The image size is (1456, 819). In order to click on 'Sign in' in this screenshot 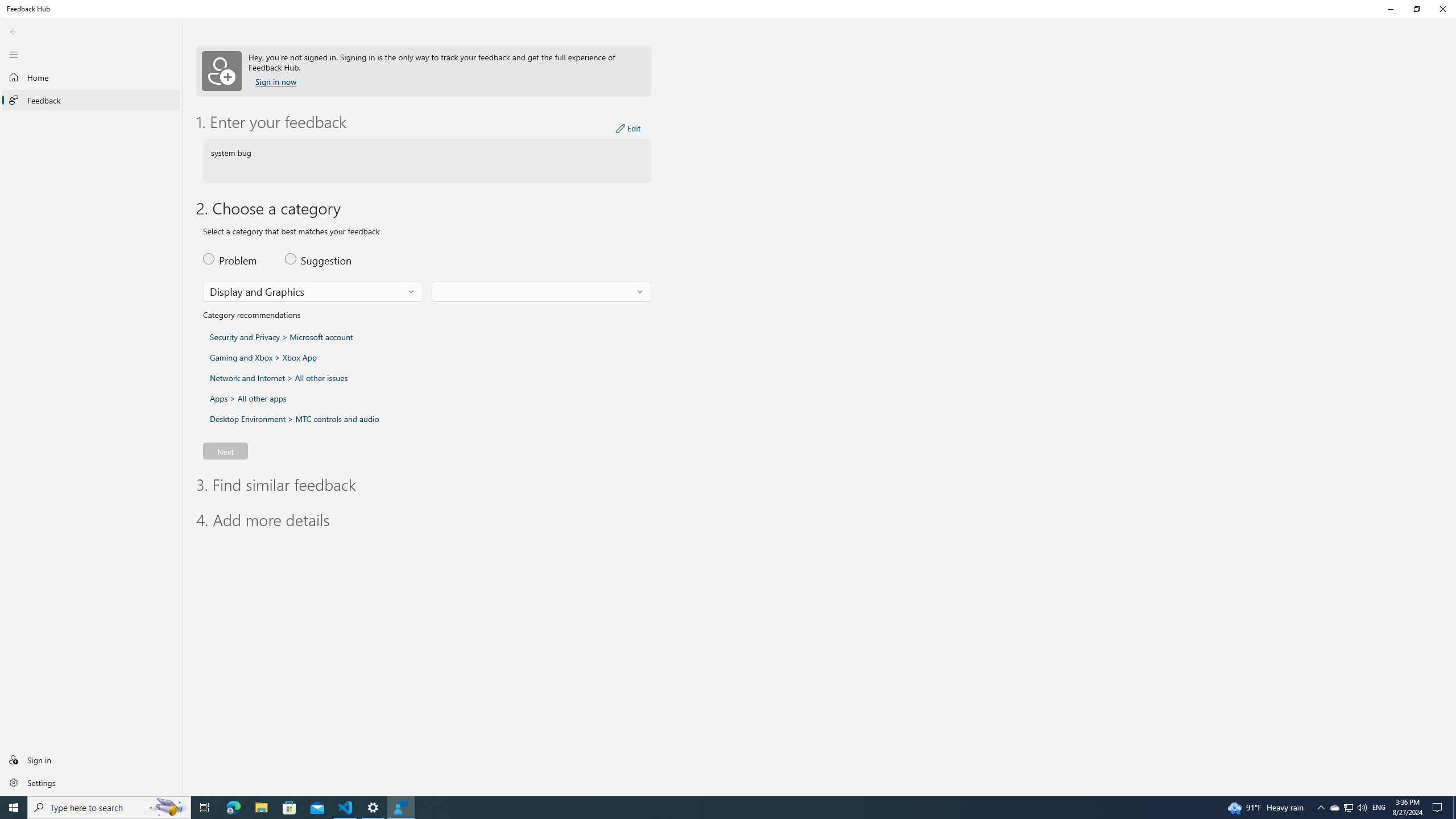, I will do `click(90, 759)`.